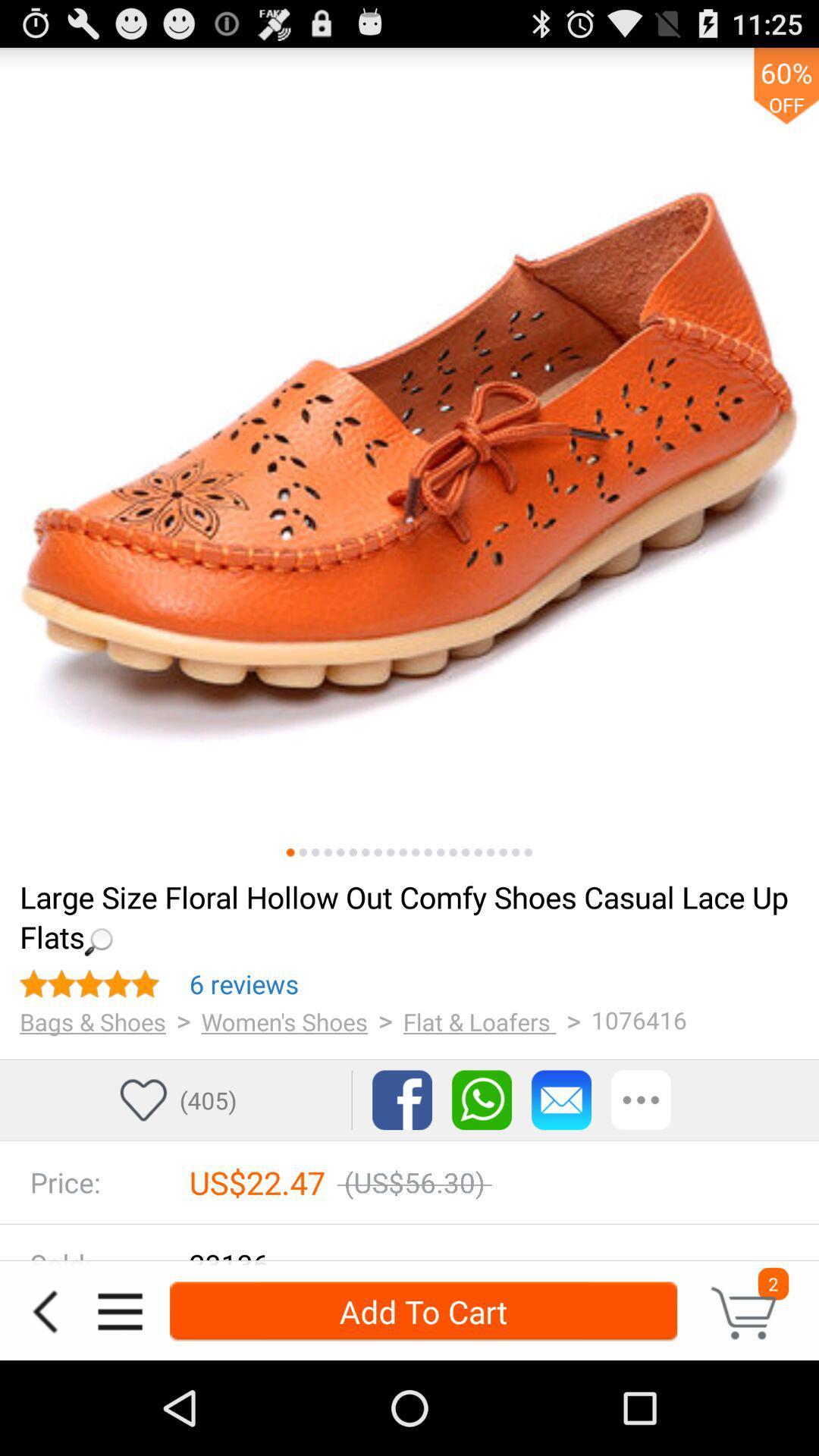 The image size is (819, 1456). Describe the element at coordinates (515, 852) in the screenshot. I see `next image` at that location.